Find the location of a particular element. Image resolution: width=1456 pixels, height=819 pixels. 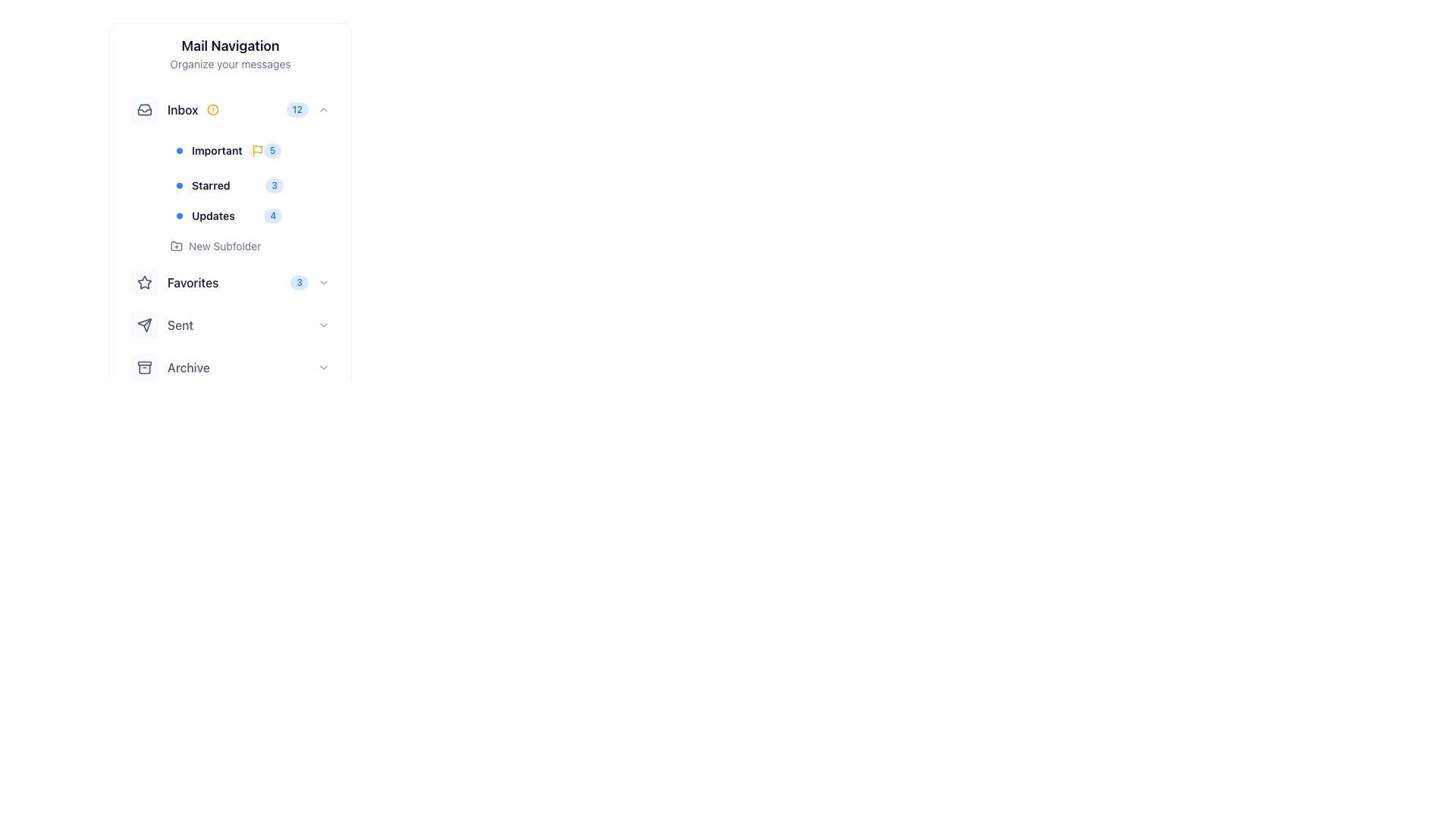

the 'Archive' sidebar navigation item, which features a small archive icon and the text 'Archive' in a medium-weight gray font is located at coordinates (170, 368).